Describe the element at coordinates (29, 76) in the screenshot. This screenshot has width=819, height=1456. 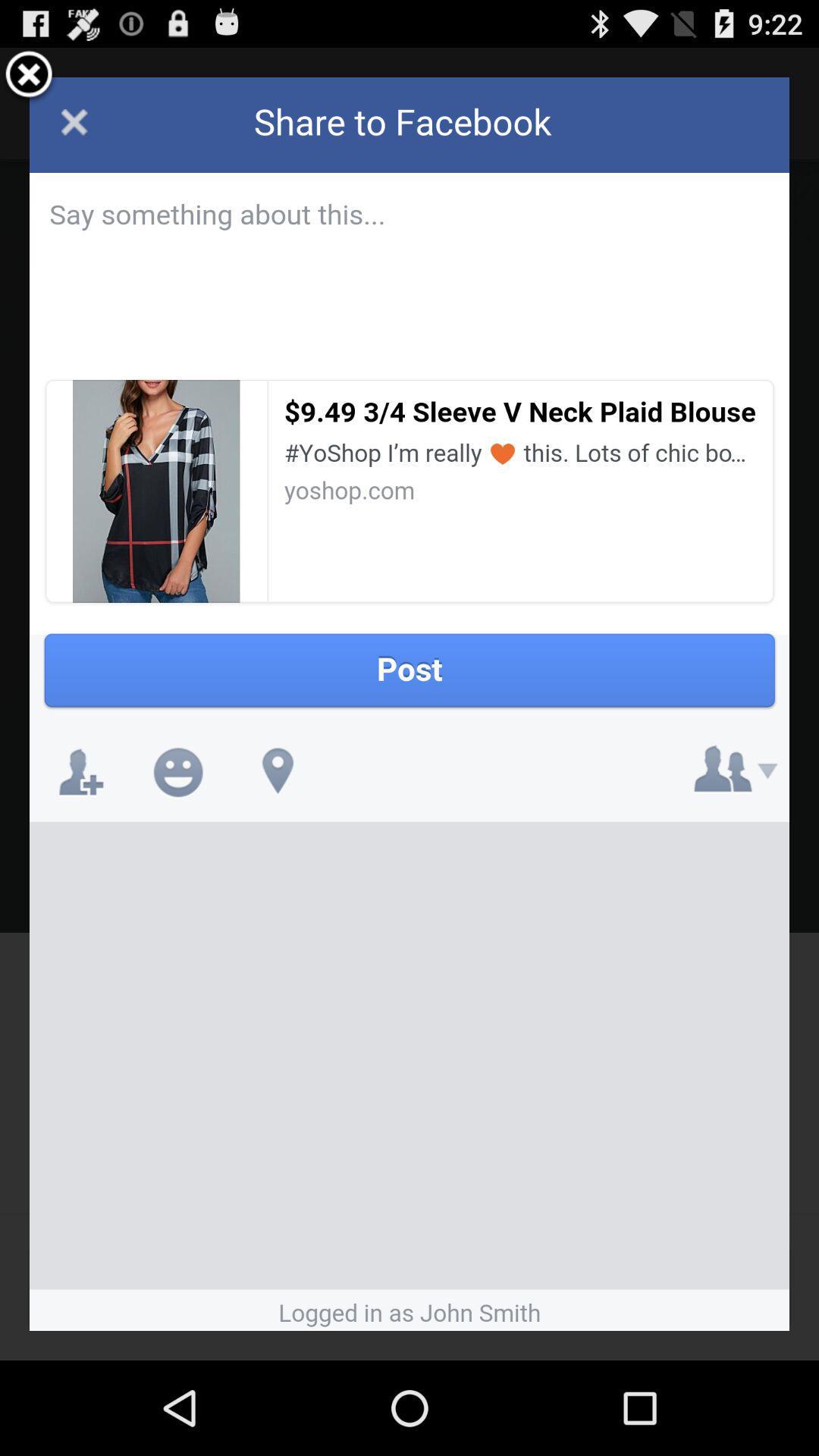
I see `button` at that location.